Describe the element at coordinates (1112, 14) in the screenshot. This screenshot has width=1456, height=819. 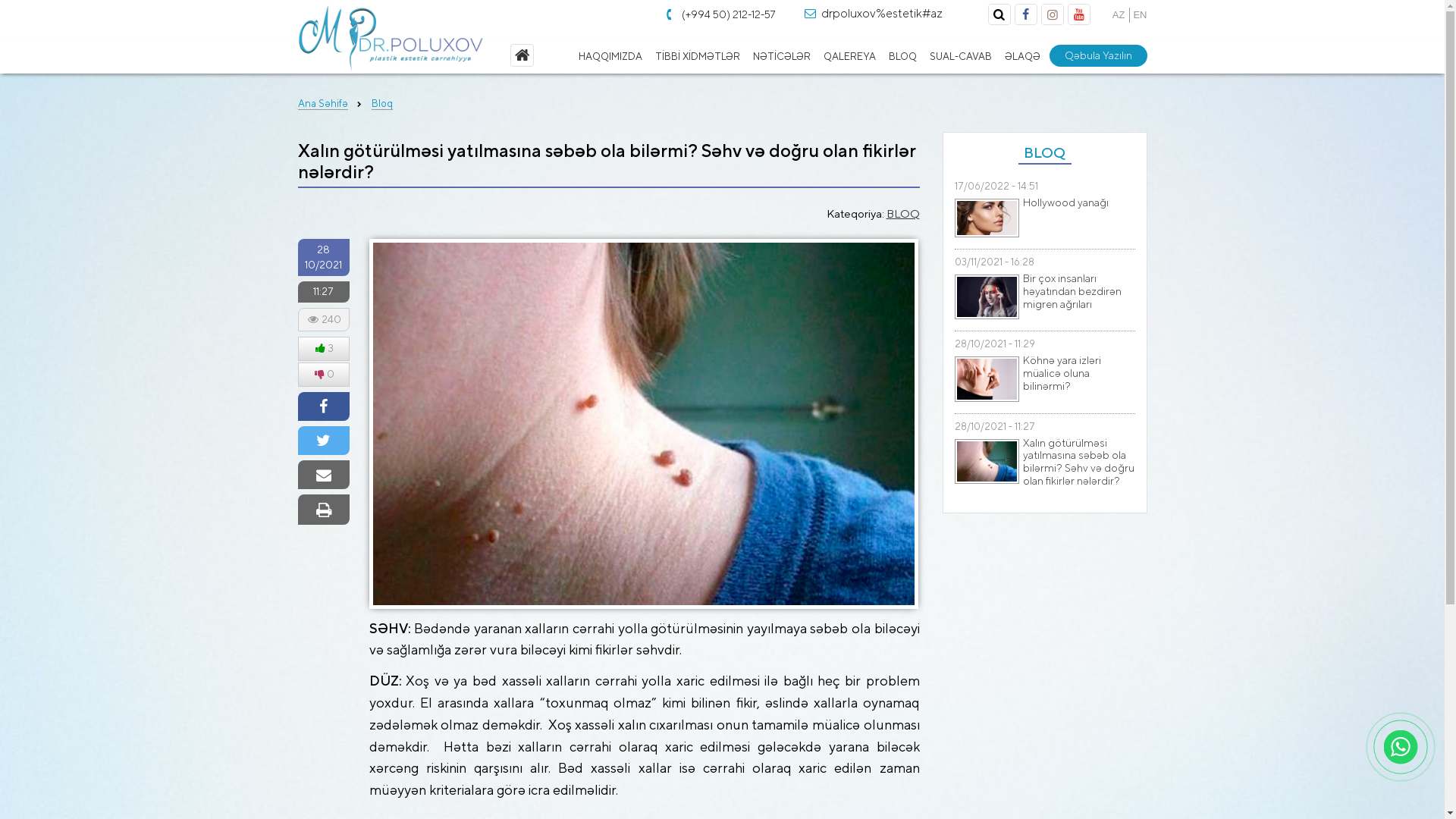
I see `'AZ'` at that location.